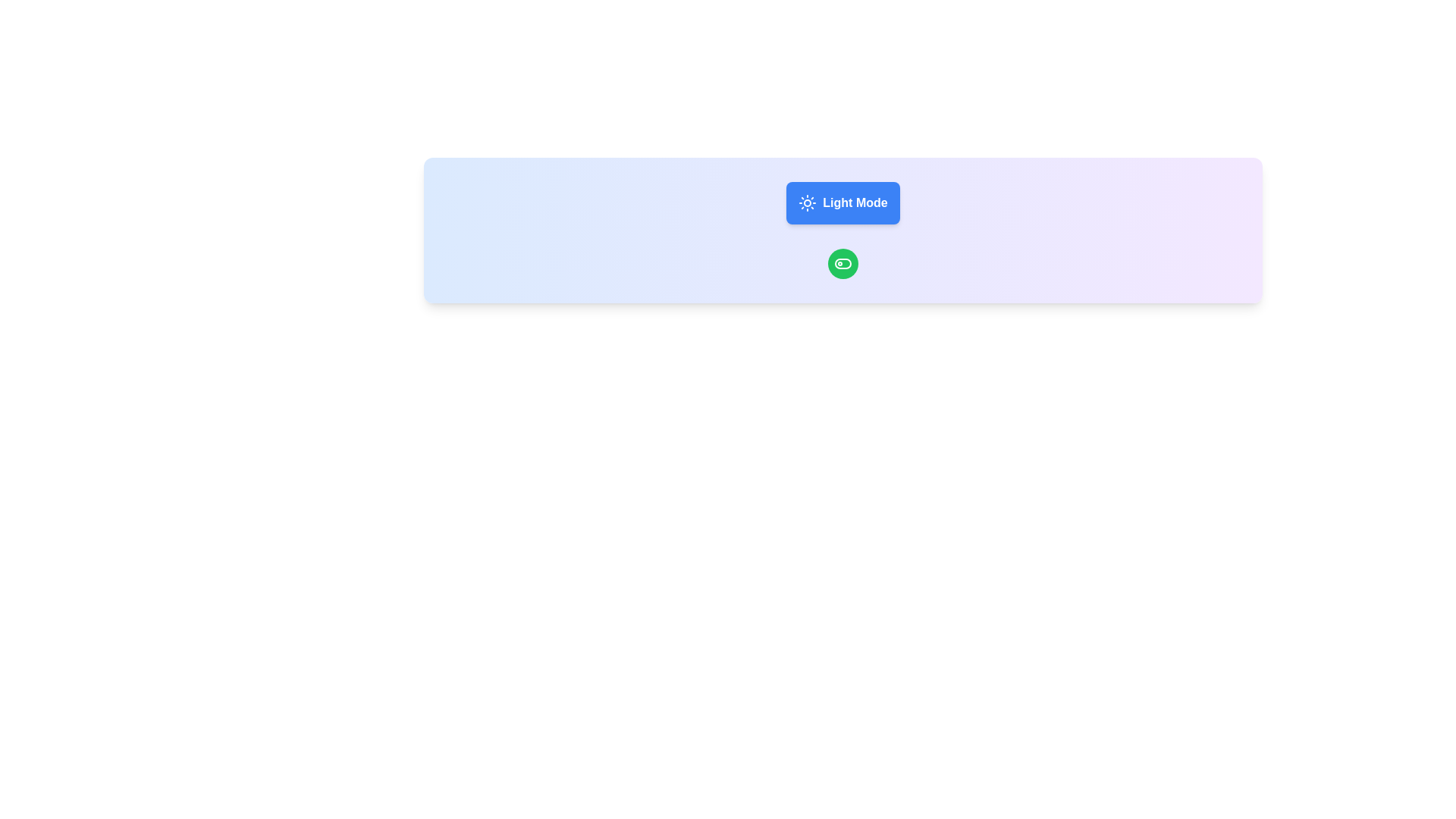 The image size is (1456, 819). What do you see at coordinates (855, 202) in the screenshot?
I see `the 'Light Mode' label located inside the blue button with a sun icon to confirm its relation to the light mode functionality` at bounding box center [855, 202].